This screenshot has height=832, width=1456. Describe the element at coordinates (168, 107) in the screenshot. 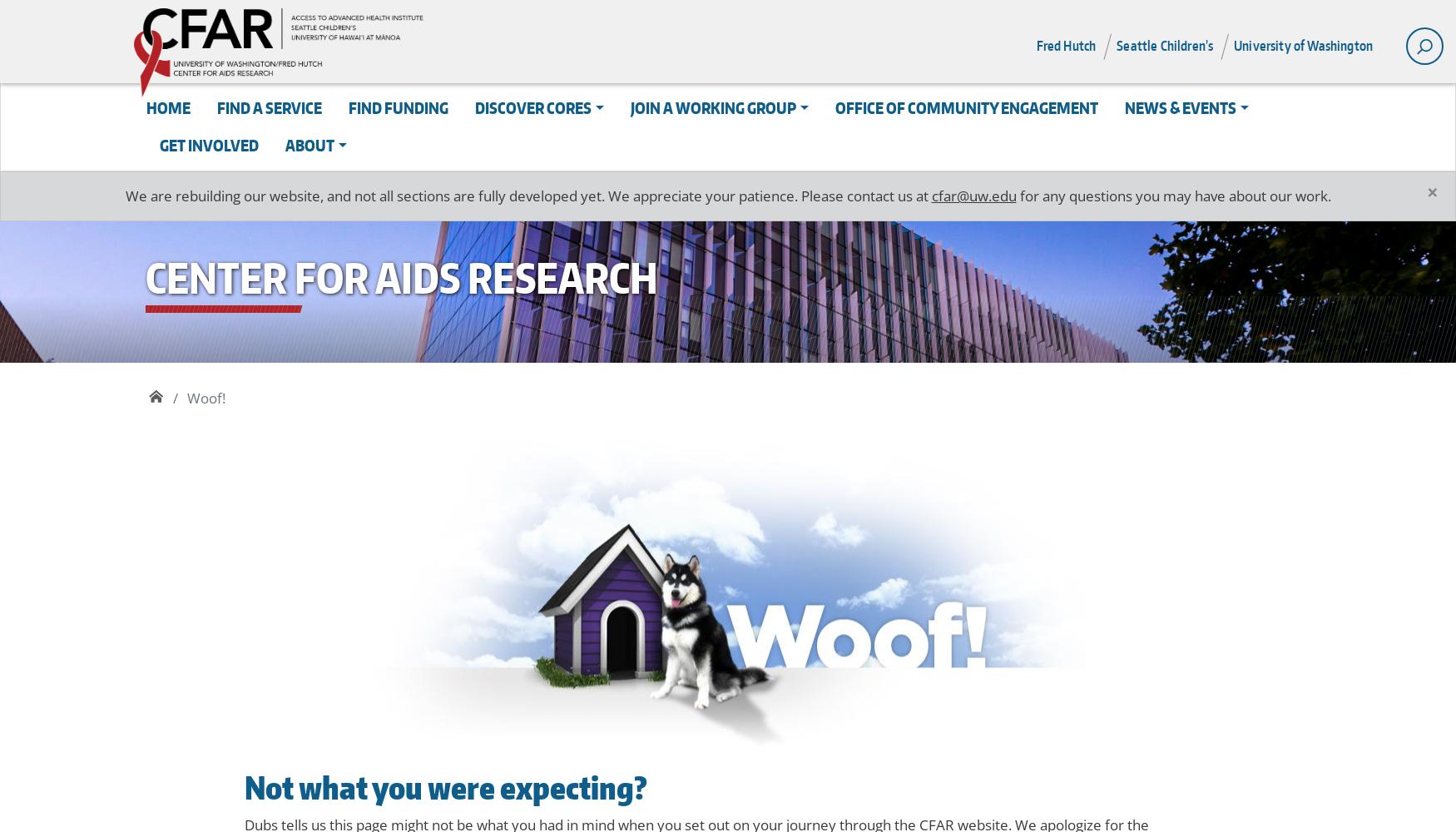

I see `'Home'` at that location.